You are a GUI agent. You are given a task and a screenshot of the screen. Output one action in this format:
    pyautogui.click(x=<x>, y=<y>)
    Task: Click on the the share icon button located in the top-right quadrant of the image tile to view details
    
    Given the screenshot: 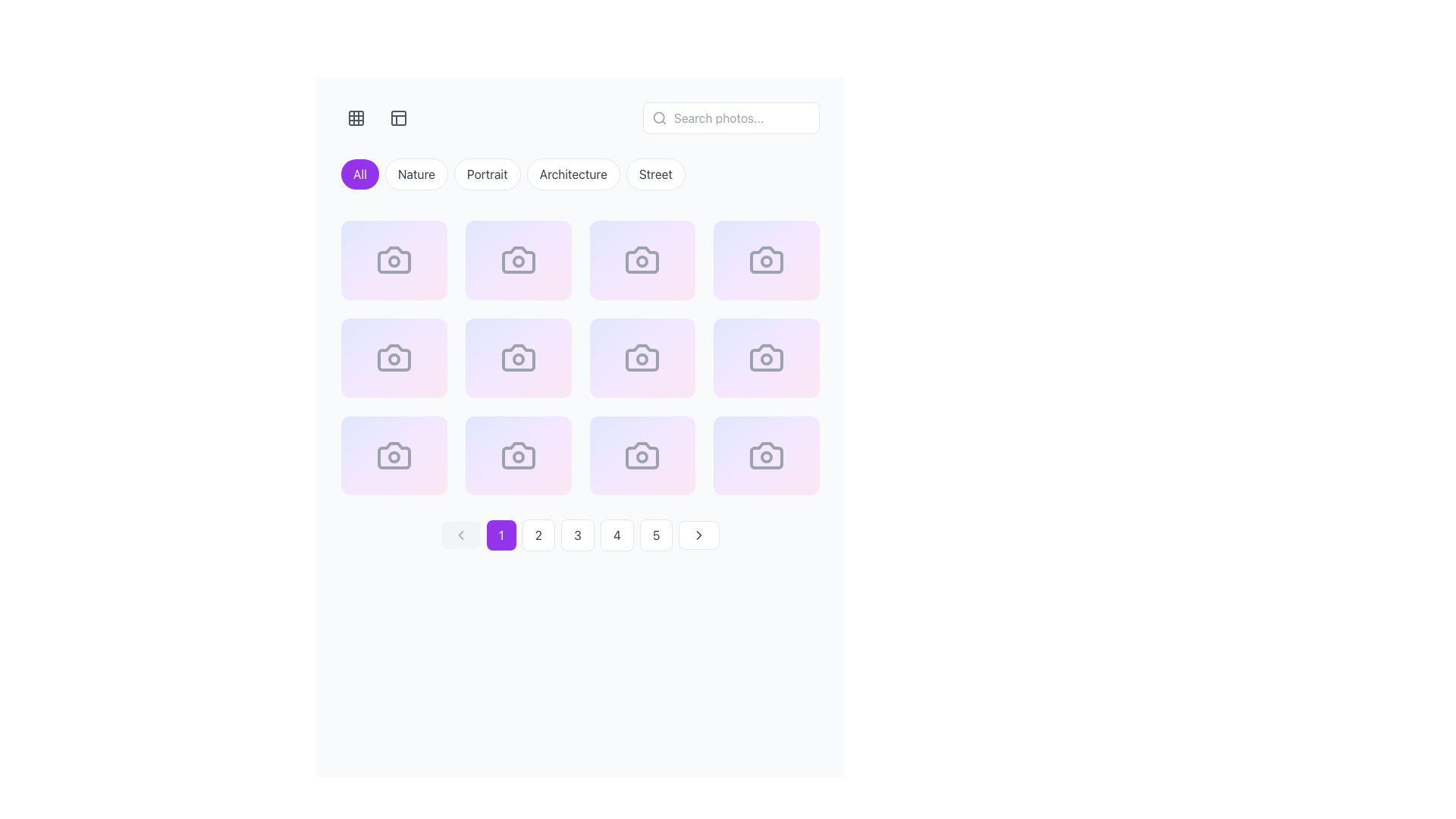 What is the action you would take?
    pyautogui.click(x=649, y=275)
    